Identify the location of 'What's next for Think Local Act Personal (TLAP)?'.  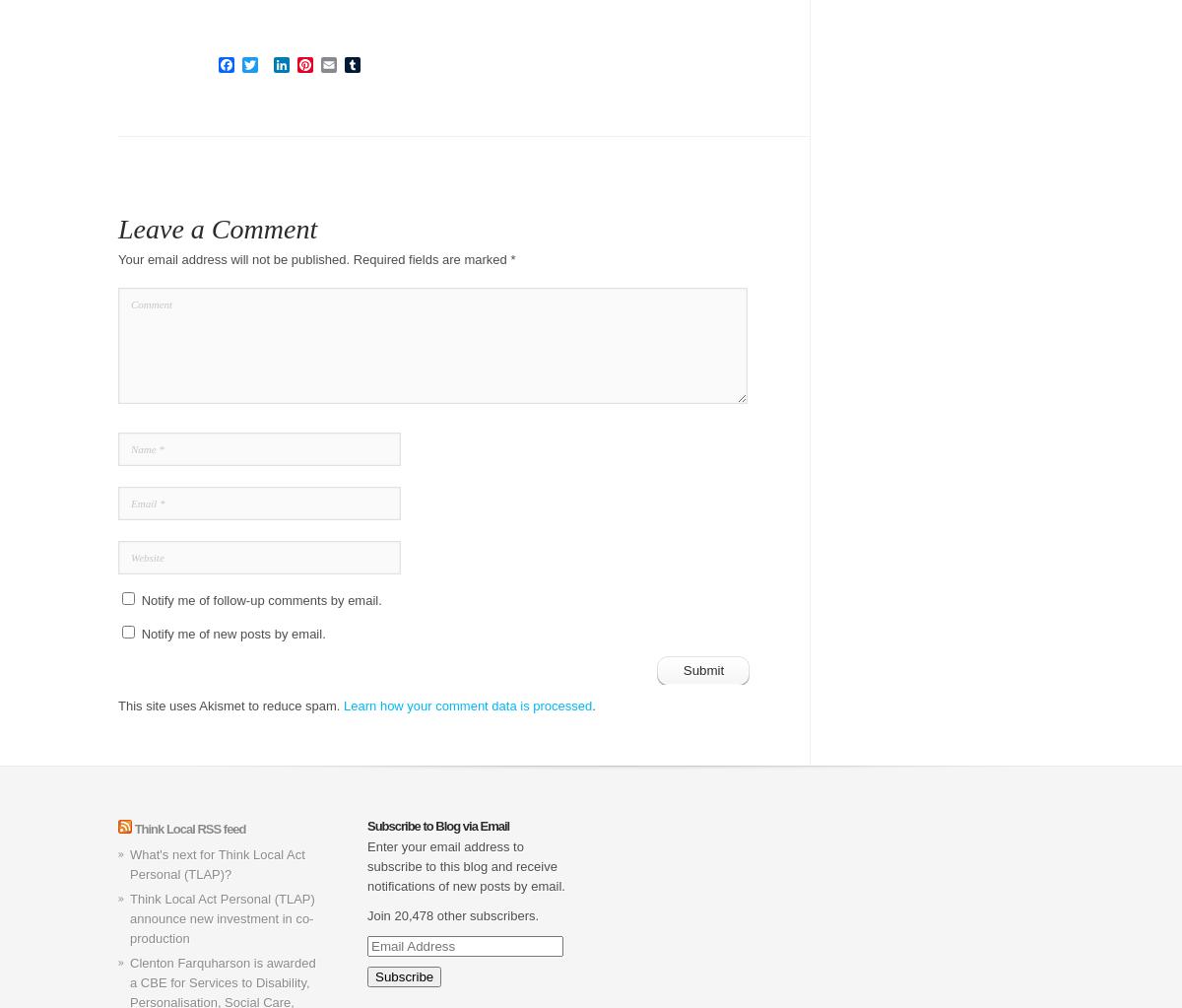
(130, 864).